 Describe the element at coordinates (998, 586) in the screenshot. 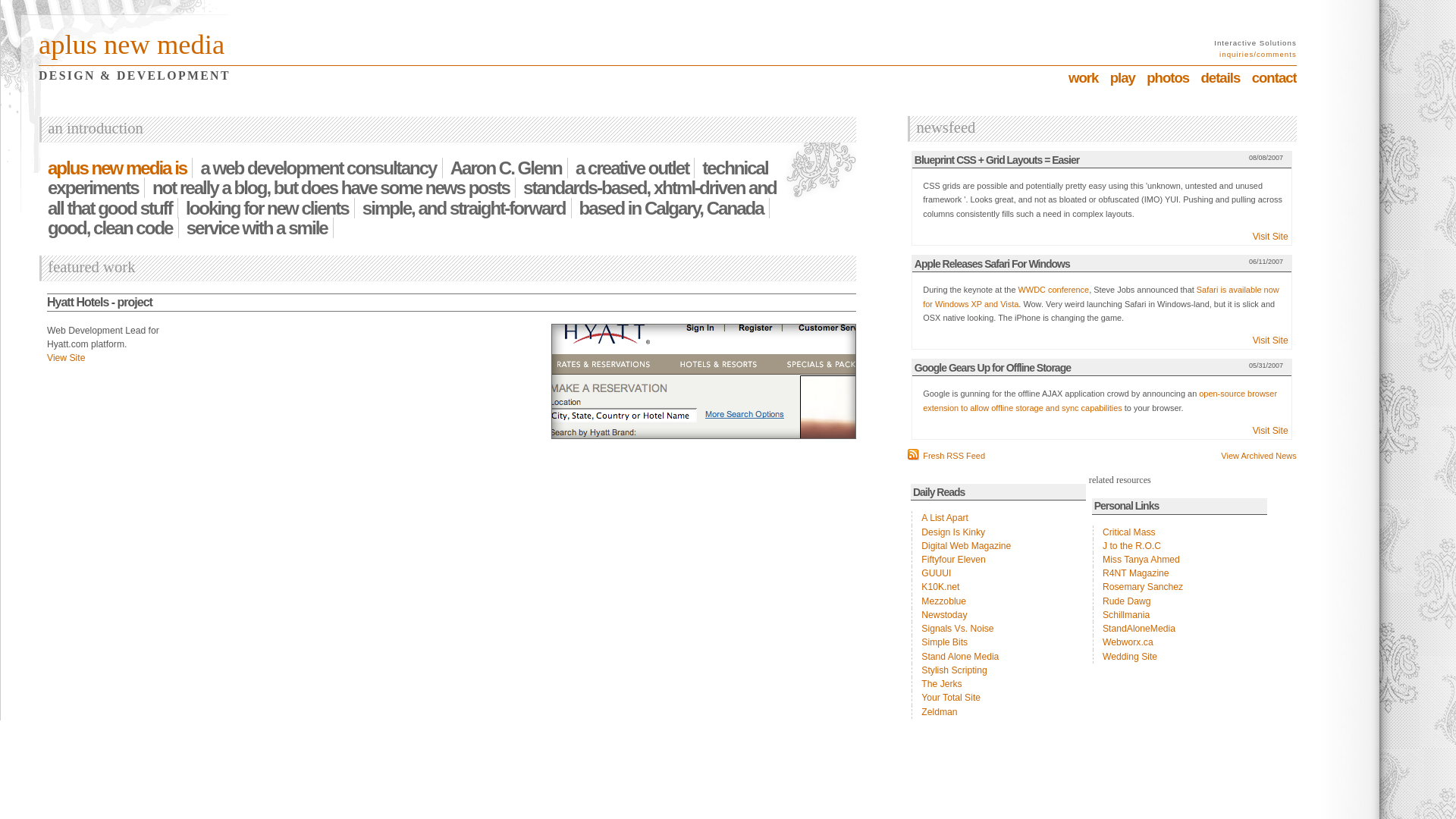

I see `'K10K.net'` at that location.